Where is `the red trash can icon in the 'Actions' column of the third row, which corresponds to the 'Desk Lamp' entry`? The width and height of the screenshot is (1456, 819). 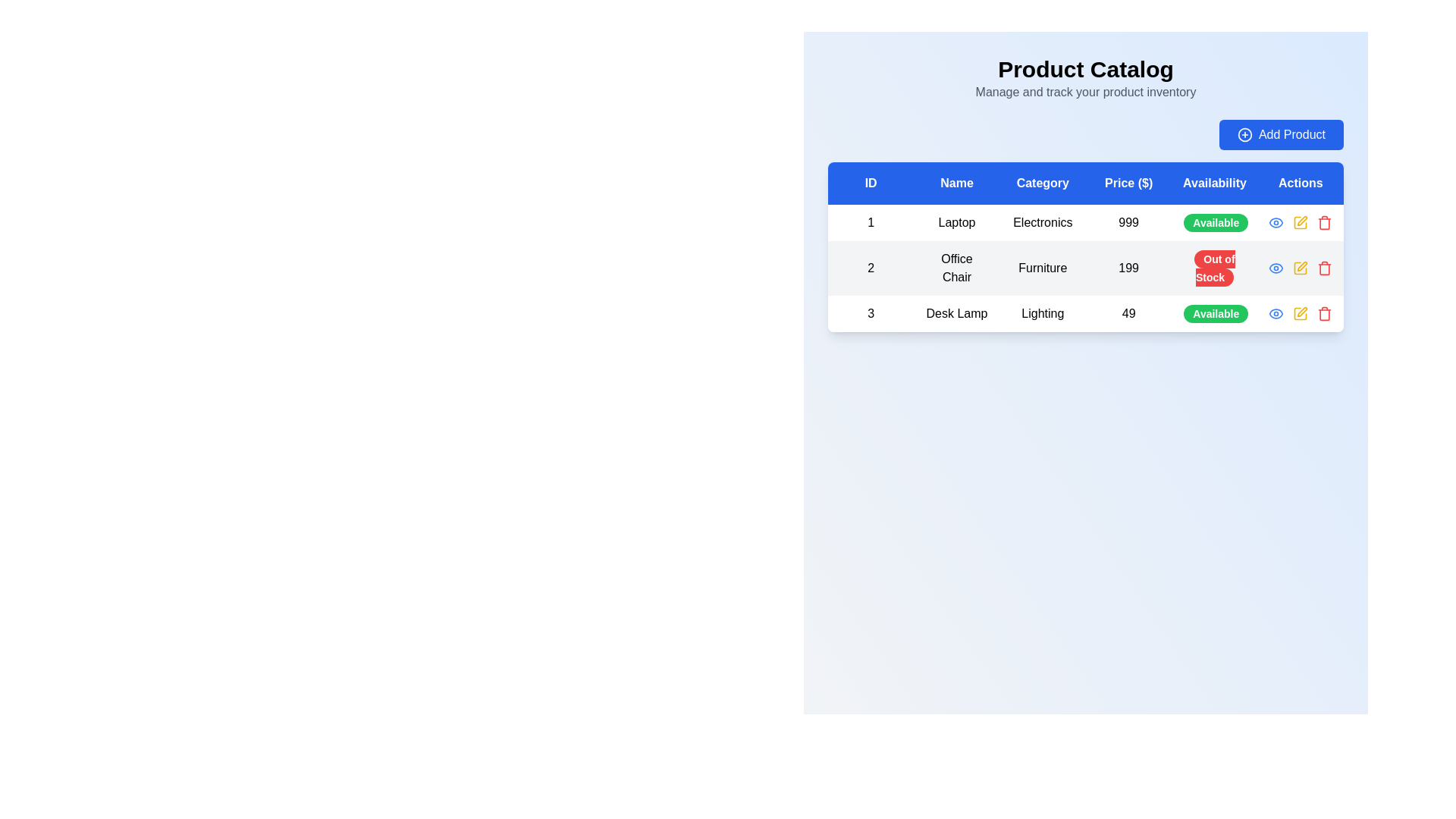
the red trash can icon in the 'Actions' column of the third row, which corresponds to the 'Desk Lamp' entry is located at coordinates (1324, 222).